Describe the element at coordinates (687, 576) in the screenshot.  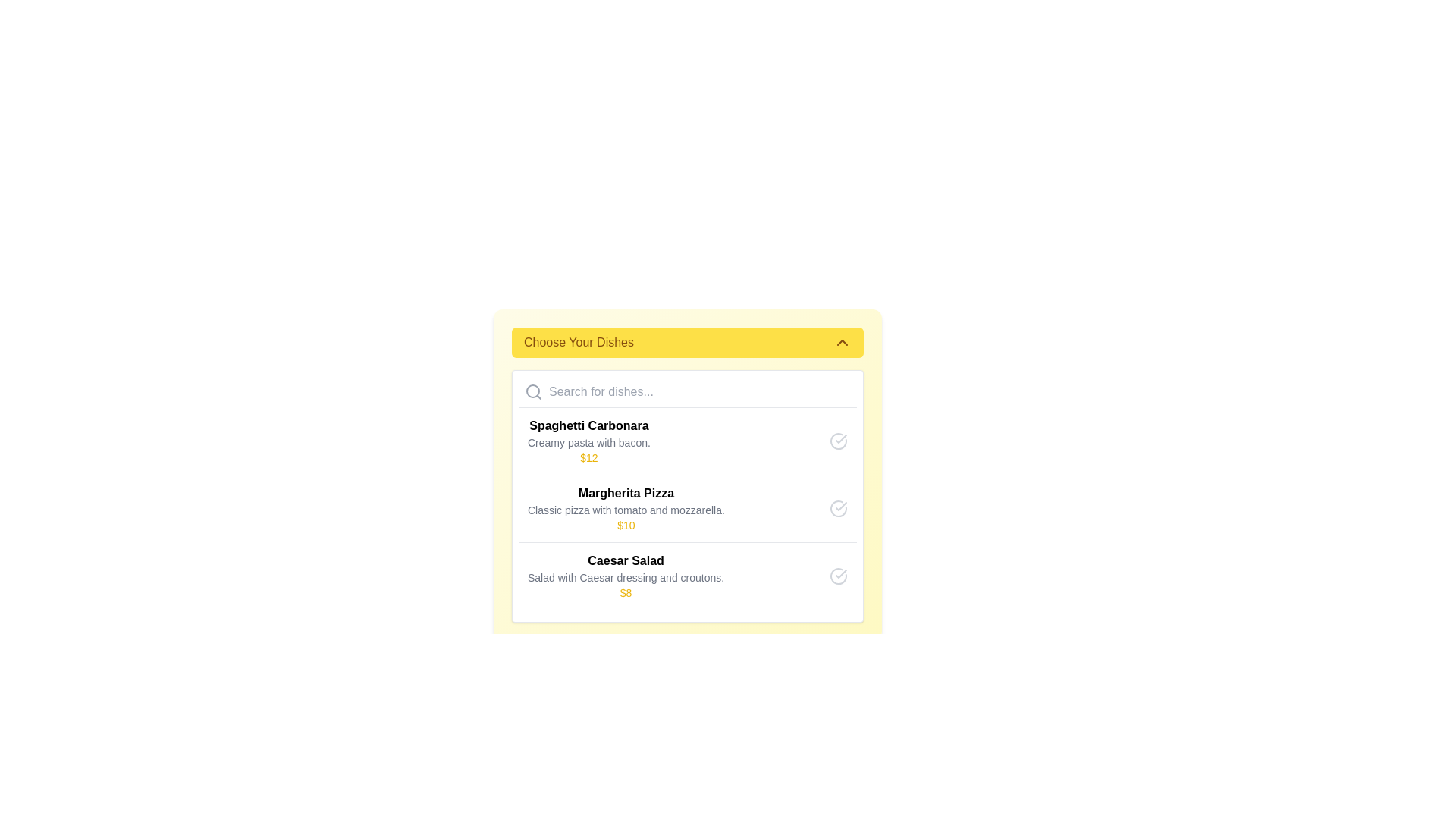
I see `the third menu item in the list, which is labeled 'Caesar Salad'` at that location.